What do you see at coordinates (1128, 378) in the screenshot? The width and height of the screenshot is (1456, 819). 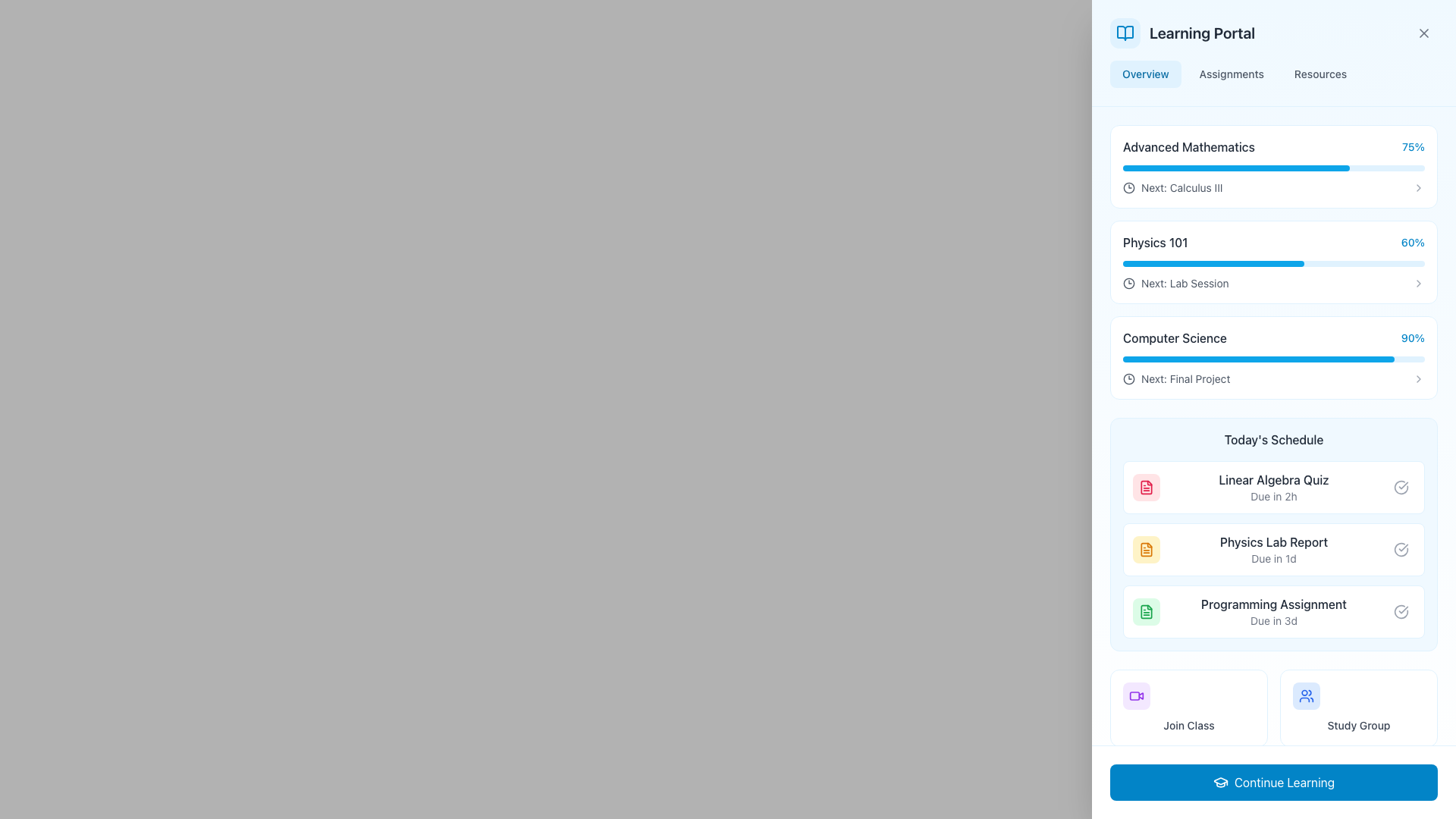 I see `the central circular component of the clock icon that is part of a course or item list` at bounding box center [1128, 378].